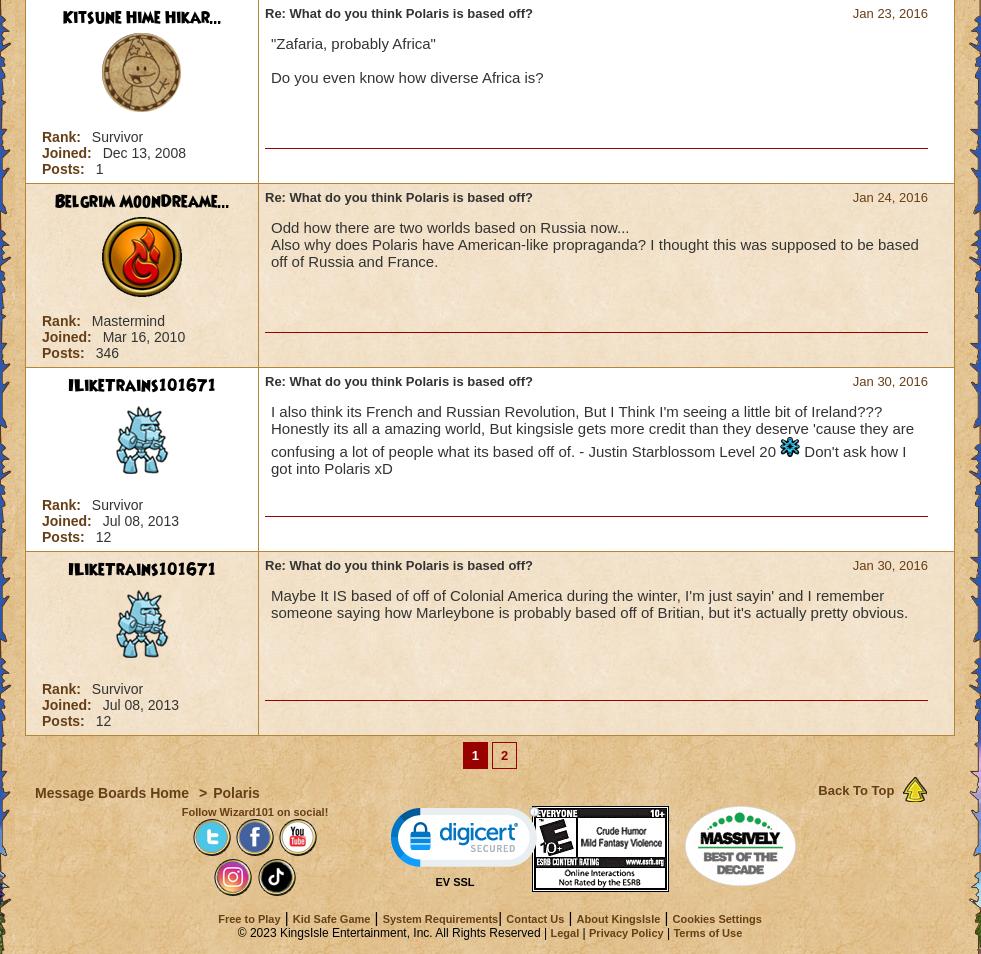  I want to click on 'Message Boards Home', so click(112, 792).